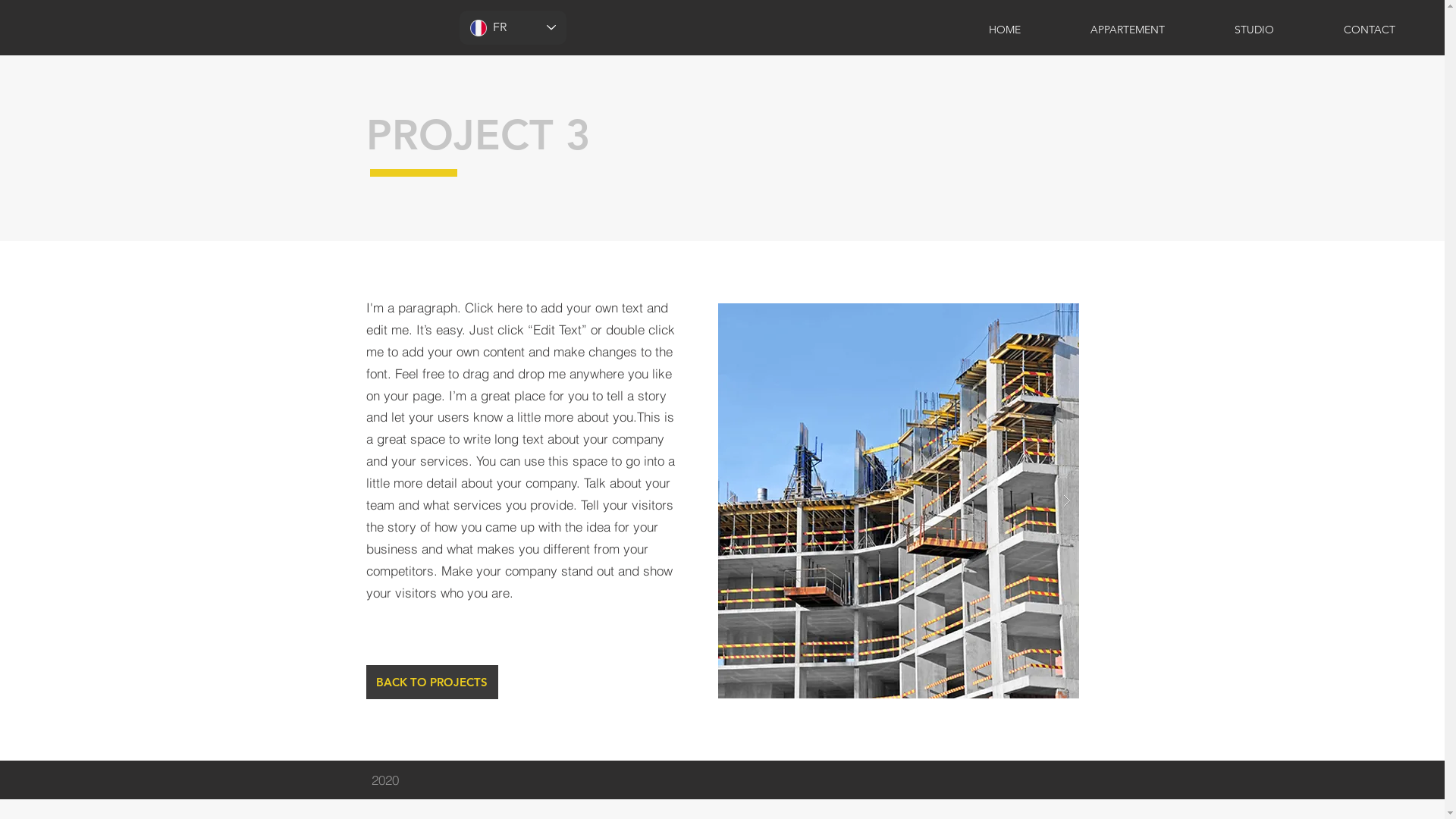 This screenshot has width=1456, height=819. I want to click on 'APPARTEMENT', so click(1055, 30).